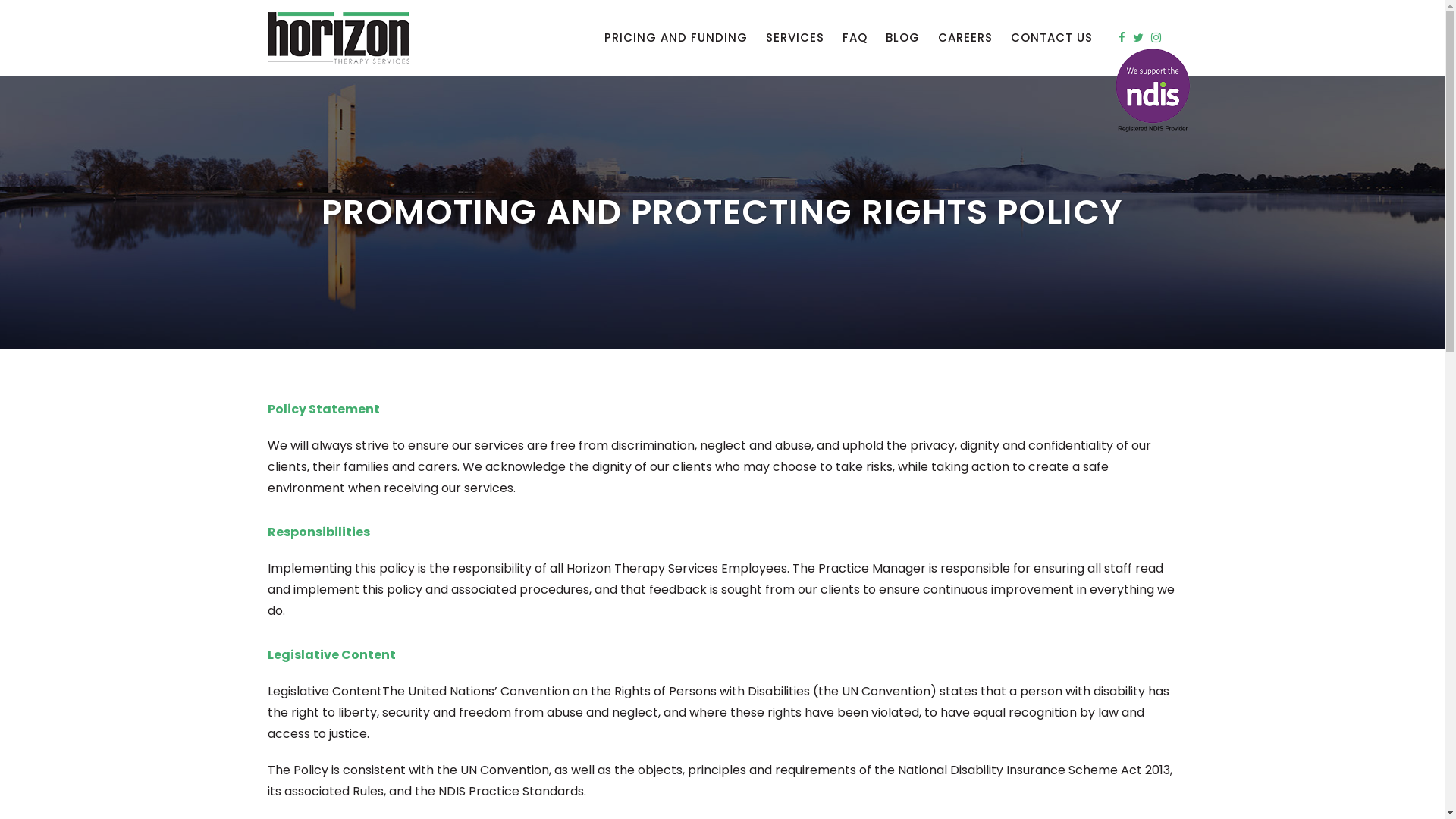 The width and height of the screenshot is (1456, 819). What do you see at coordinates (854, 37) in the screenshot?
I see `'FAQ'` at bounding box center [854, 37].